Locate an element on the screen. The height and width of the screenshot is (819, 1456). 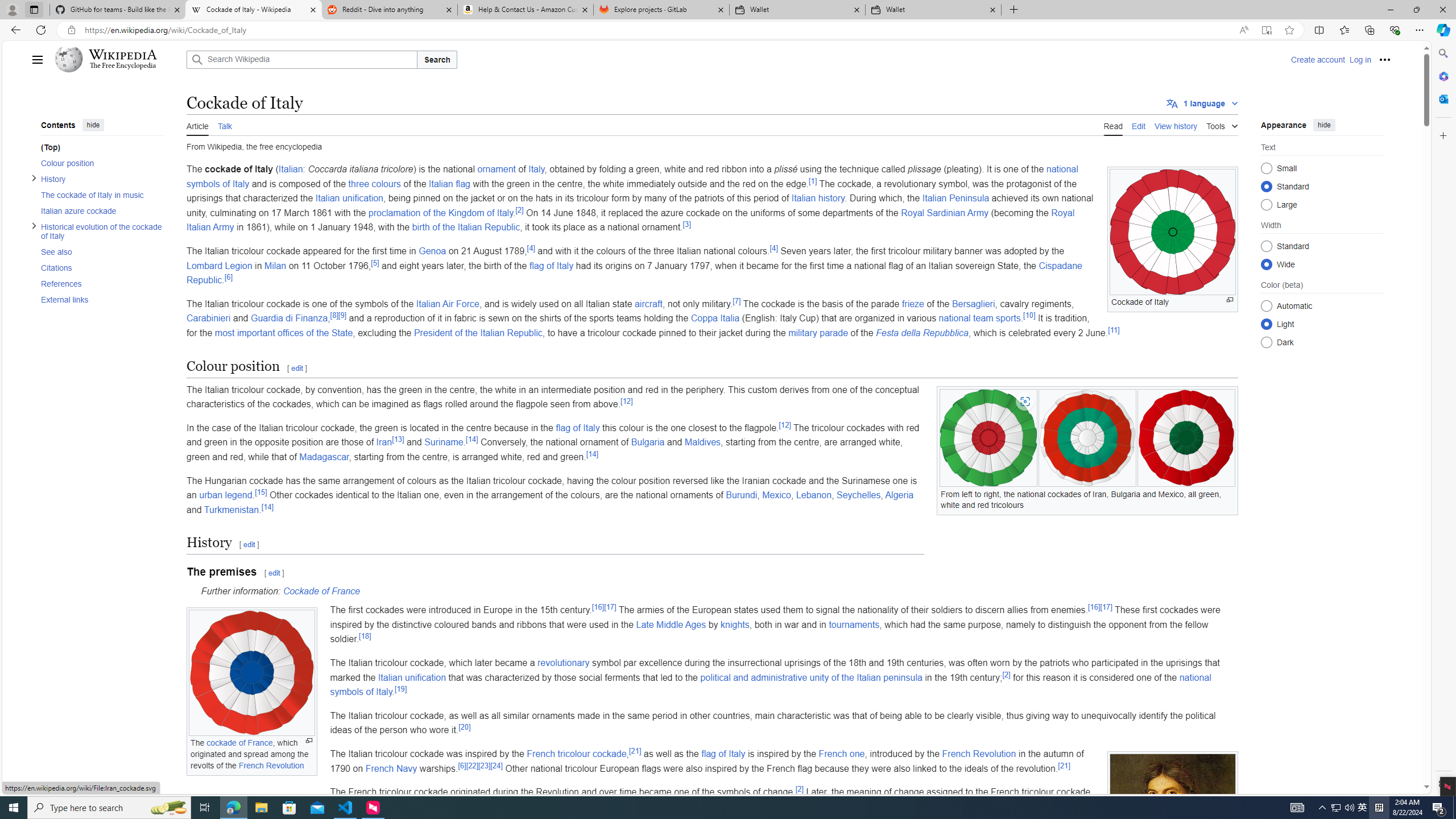
'[7]' is located at coordinates (737, 300).